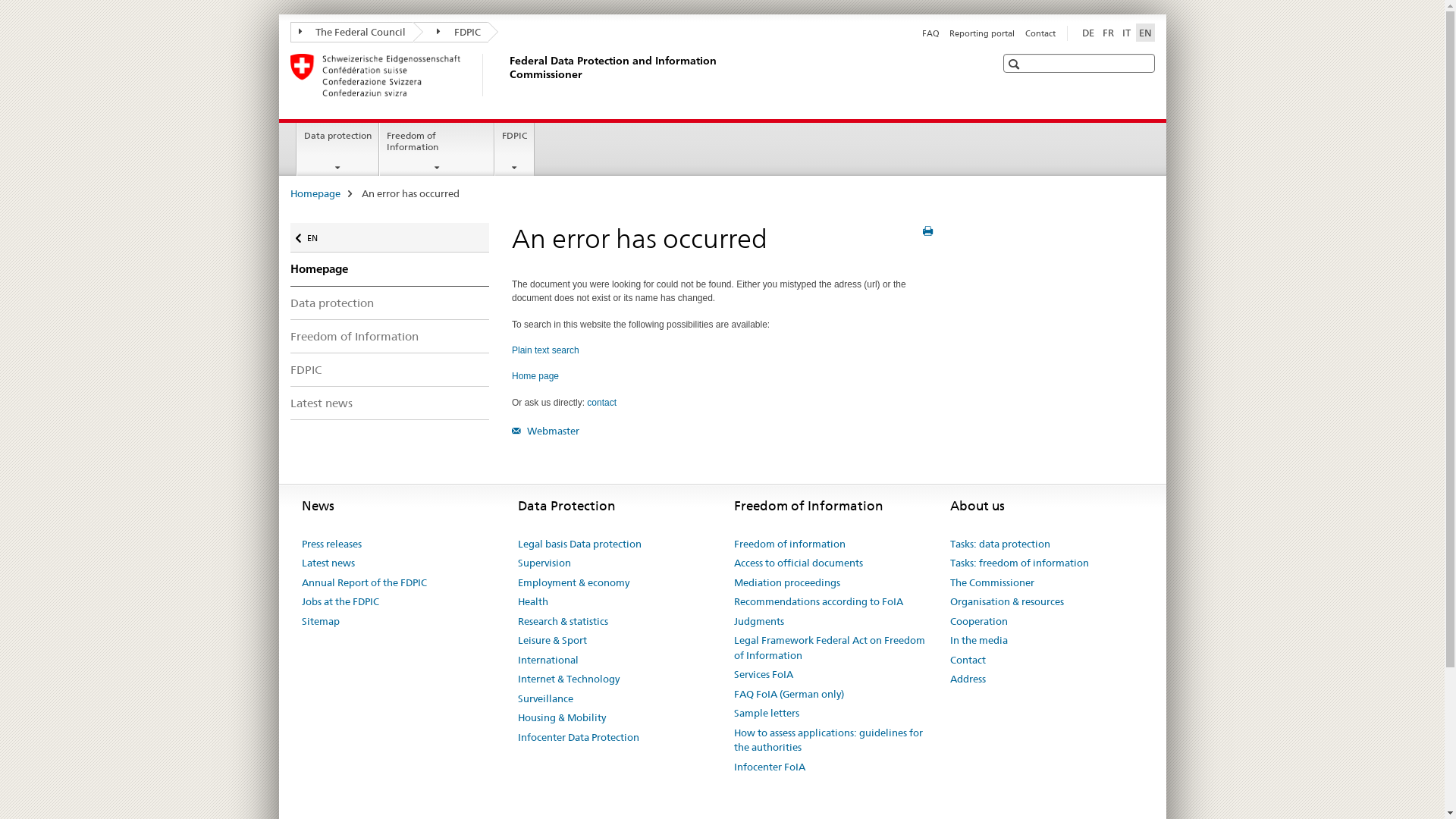  Describe the element at coordinates (764, 674) in the screenshot. I see `'Services FoIA'` at that location.